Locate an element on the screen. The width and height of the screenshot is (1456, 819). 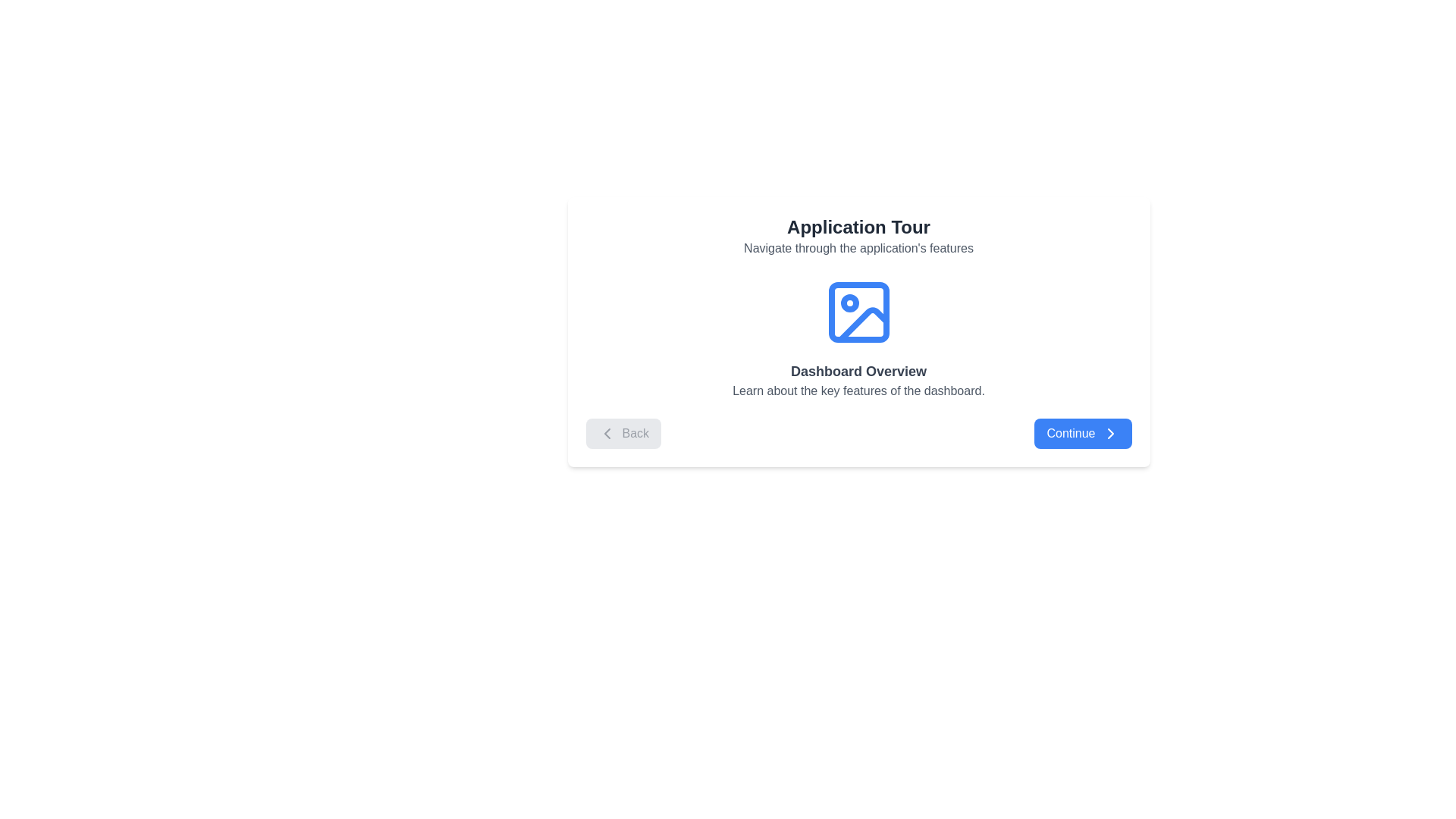
the blue 'Continue' button with rounded corners, which displays white text and a right-facing chevron icon is located at coordinates (1082, 433).